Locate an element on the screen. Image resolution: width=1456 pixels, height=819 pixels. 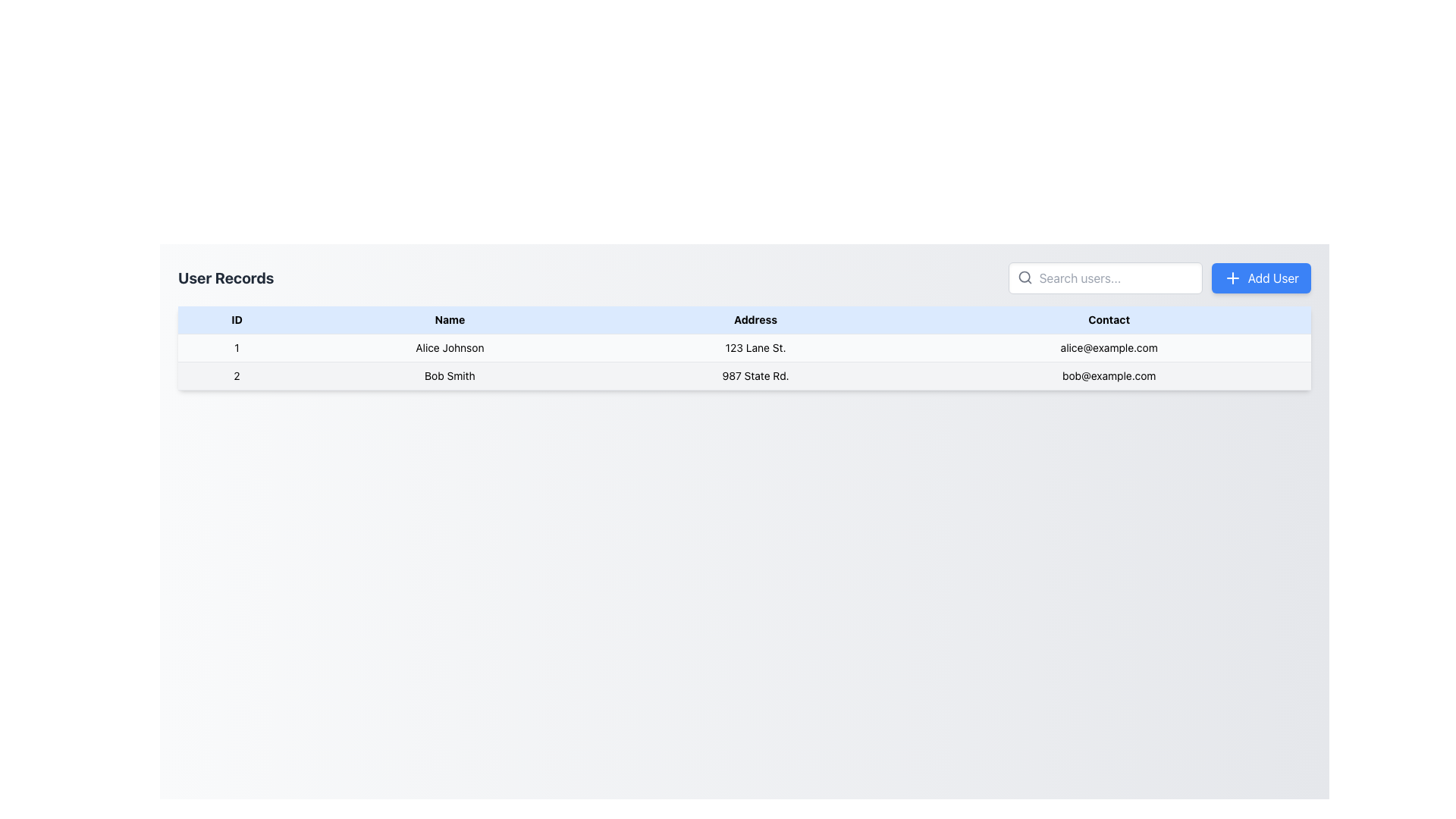
the 'ID' column header cell in the table, which is the first column header at the top-left of the table is located at coordinates (236, 319).